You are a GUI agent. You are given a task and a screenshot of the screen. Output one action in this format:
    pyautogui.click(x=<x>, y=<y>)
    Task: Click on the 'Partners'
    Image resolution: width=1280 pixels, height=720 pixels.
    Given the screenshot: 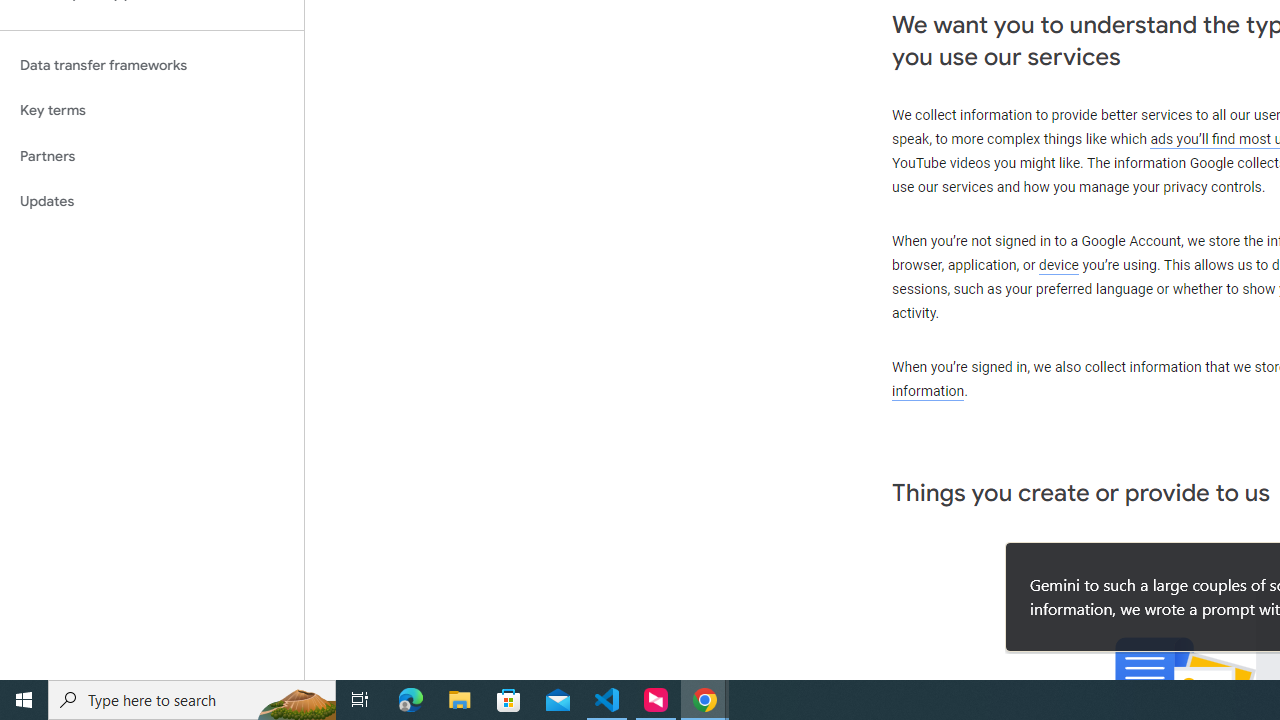 What is the action you would take?
    pyautogui.click(x=151, y=155)
    